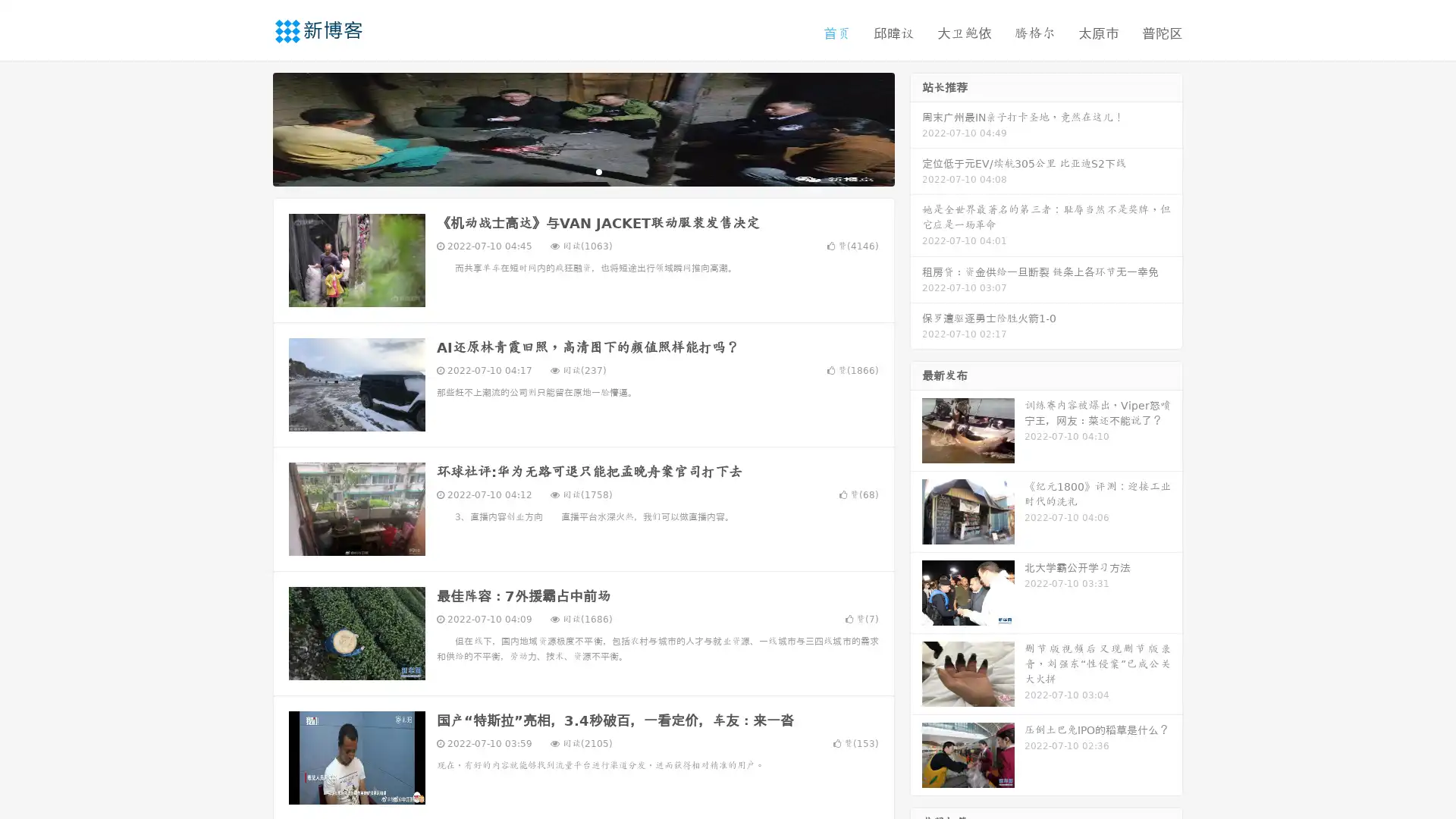 This screenshot has width=1456, height=819. What do you see at coordinates (598, 171) in the screenshot?
I see `Go to slide 3` at bounding box center [598, 171].